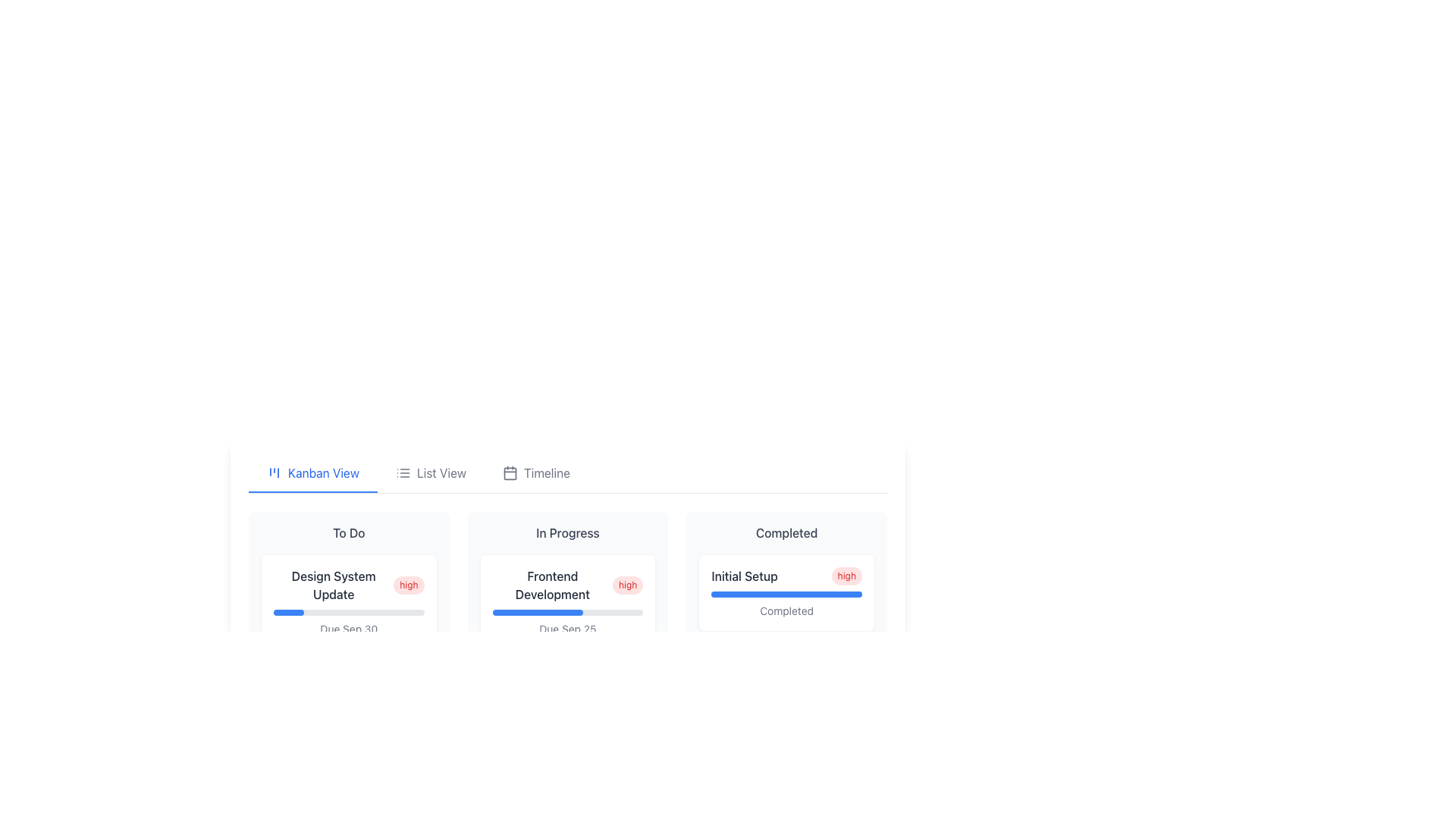 The image size is (1456, 819). What do you see at coordinates (430, 472) in the screenshot?
I see `the second tab button that switches the content display to a list view format, located between 'Kanban View' and 'Timeline', to change its color` at bounding box center [430, 472].